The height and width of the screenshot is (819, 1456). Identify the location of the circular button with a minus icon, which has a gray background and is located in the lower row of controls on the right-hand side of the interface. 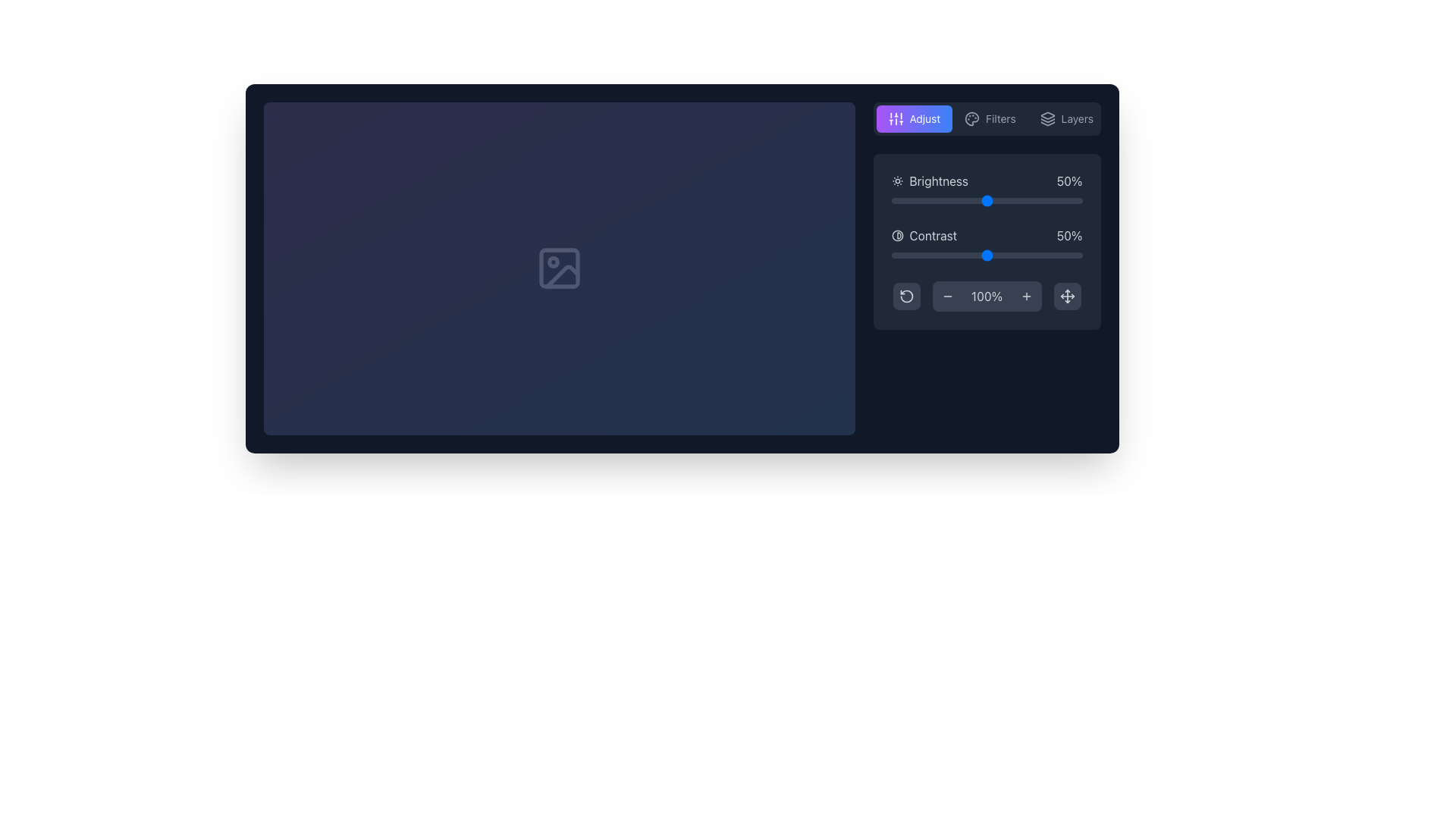
(946, 296).